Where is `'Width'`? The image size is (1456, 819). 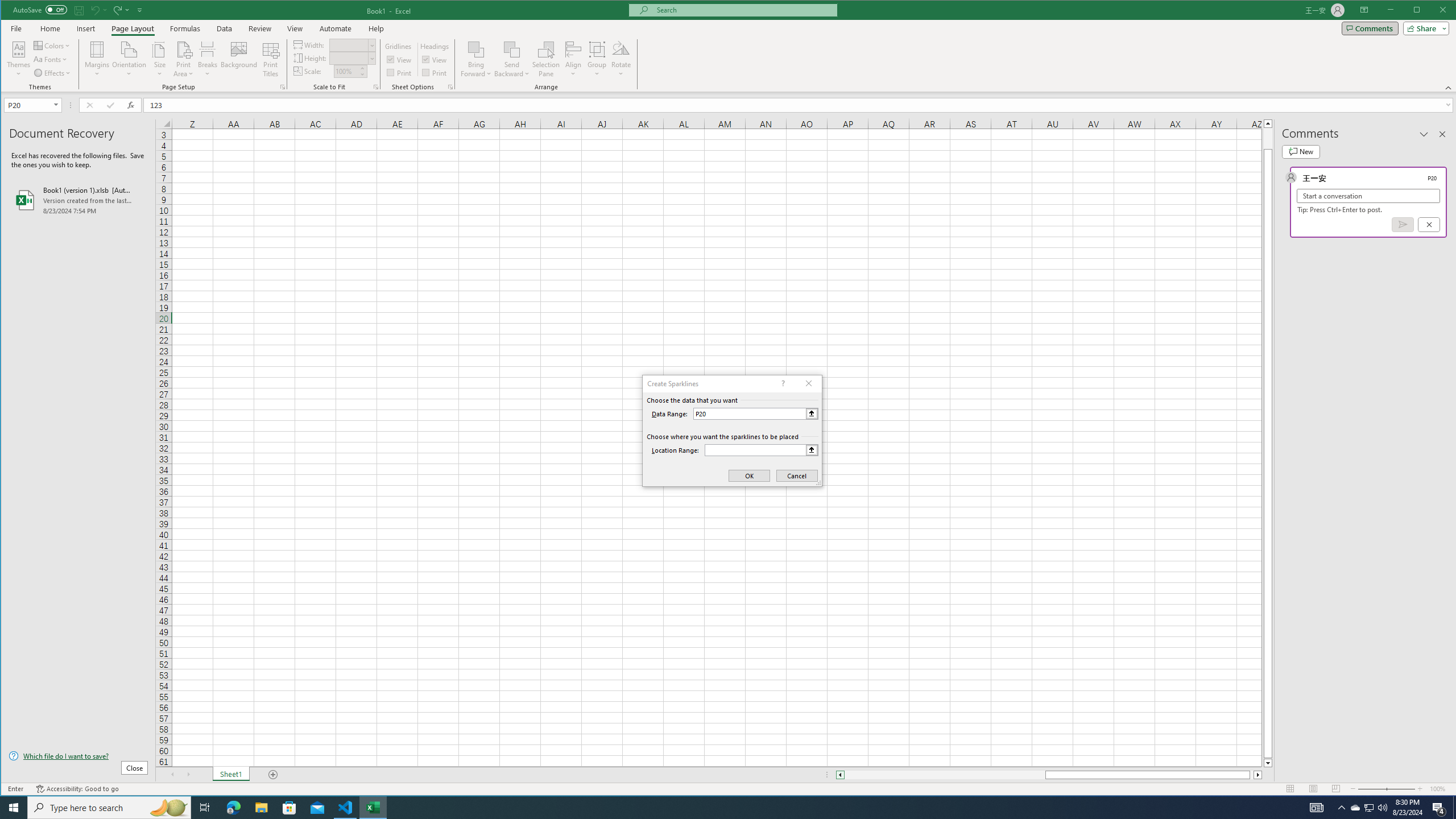 'Width' is located at coordinates (349, 44).